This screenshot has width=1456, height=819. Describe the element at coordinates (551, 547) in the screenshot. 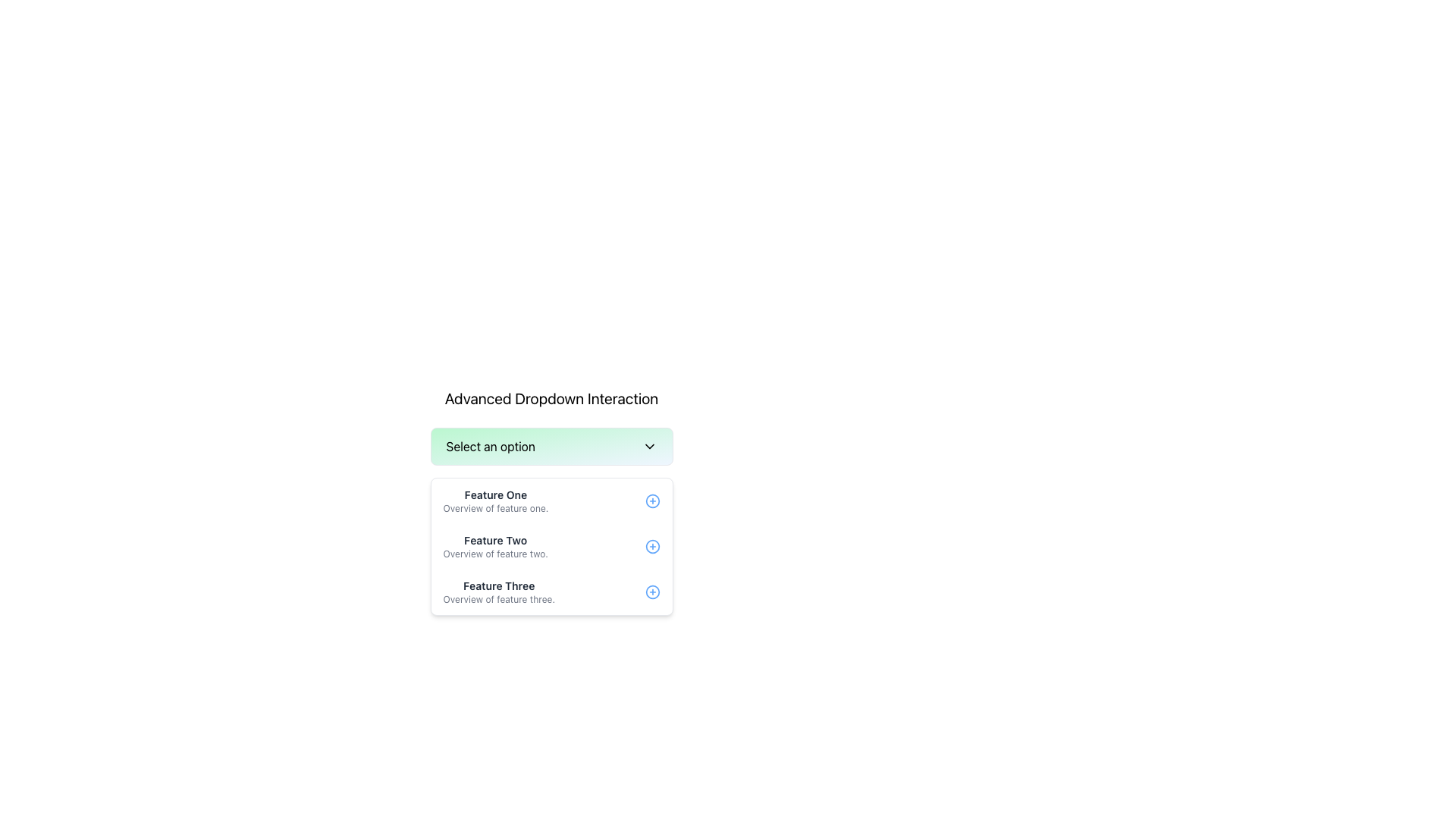

I see `the second entry` at that location.